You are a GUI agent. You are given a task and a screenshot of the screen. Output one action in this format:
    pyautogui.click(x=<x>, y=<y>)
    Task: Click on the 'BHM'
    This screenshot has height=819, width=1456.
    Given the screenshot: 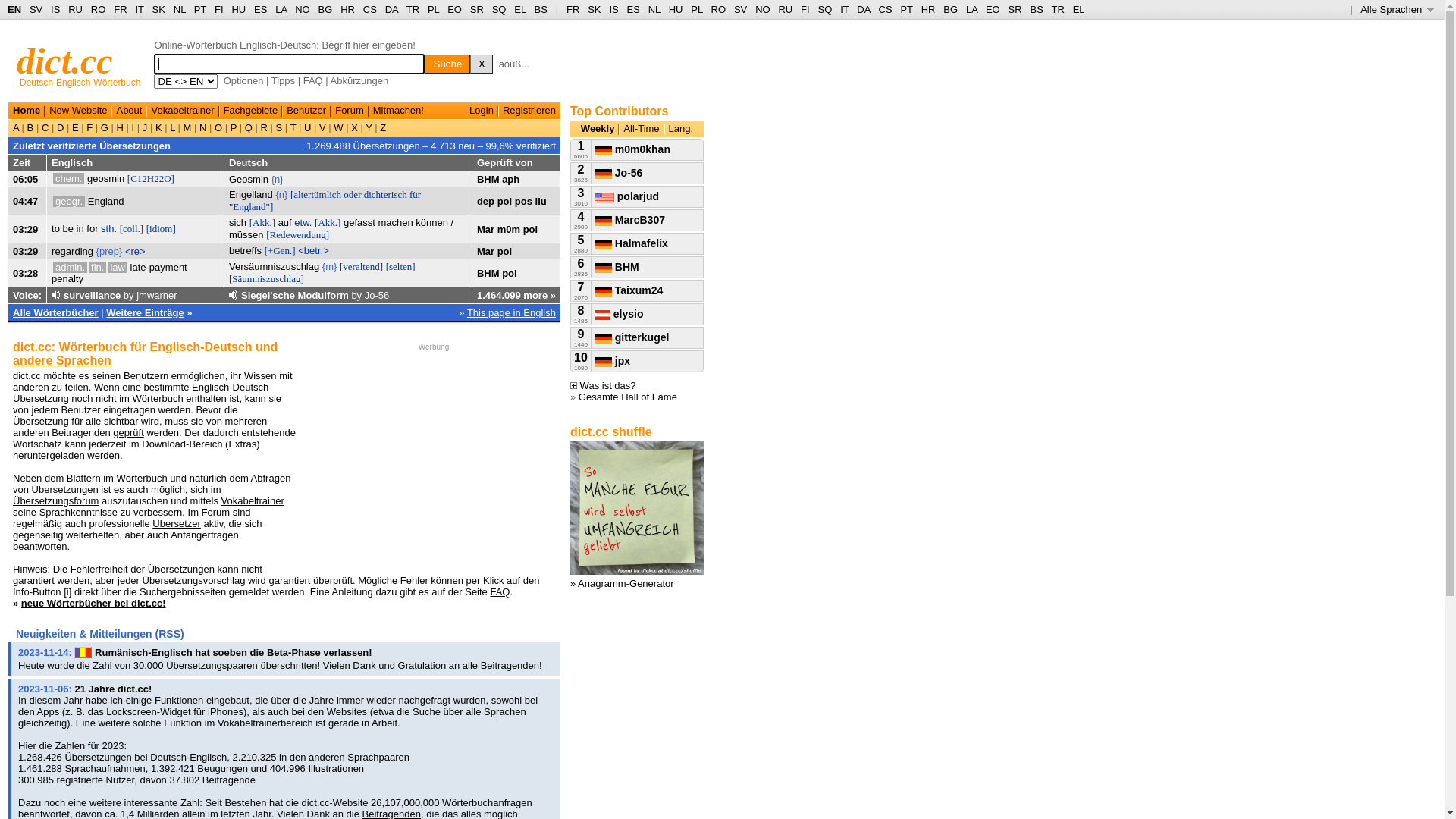 What is the action you would take?
    pyautogui.click(x=617, y=265)
    